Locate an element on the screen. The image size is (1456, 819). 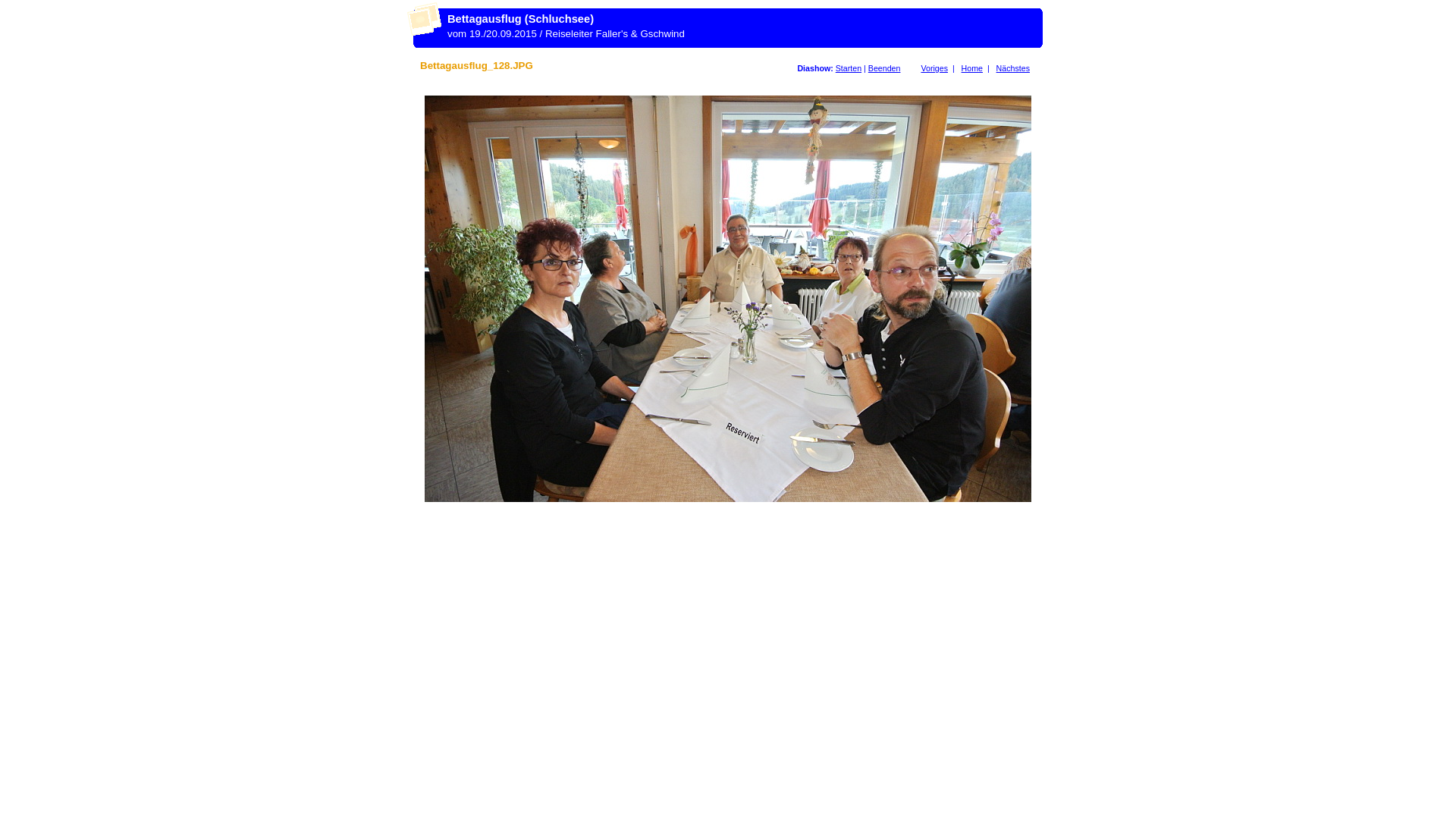
'Starten' is located at coordinates (847, 67).